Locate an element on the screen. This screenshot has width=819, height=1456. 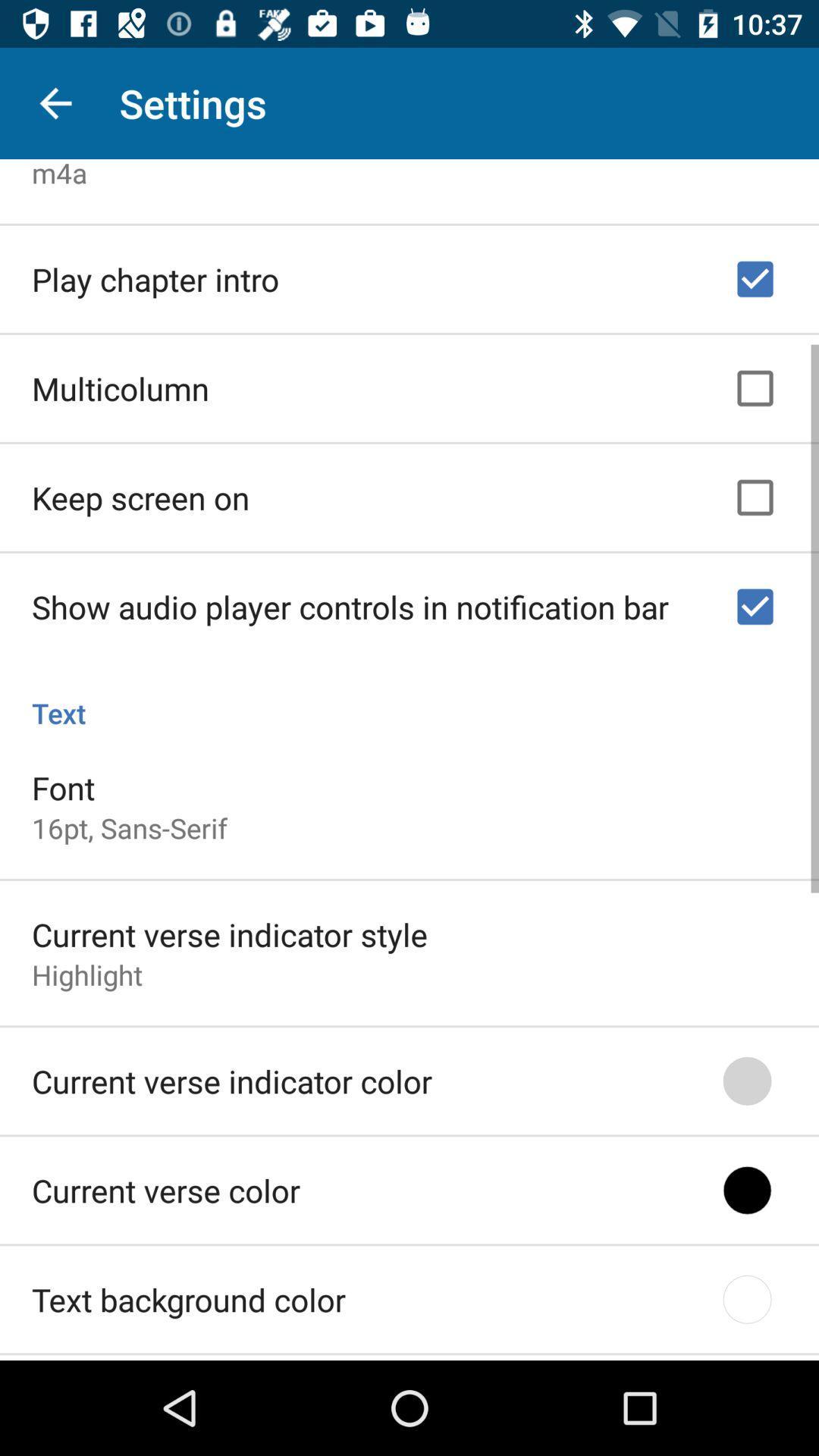
icon above play chapter intro item is located at coordinates (58, 173).